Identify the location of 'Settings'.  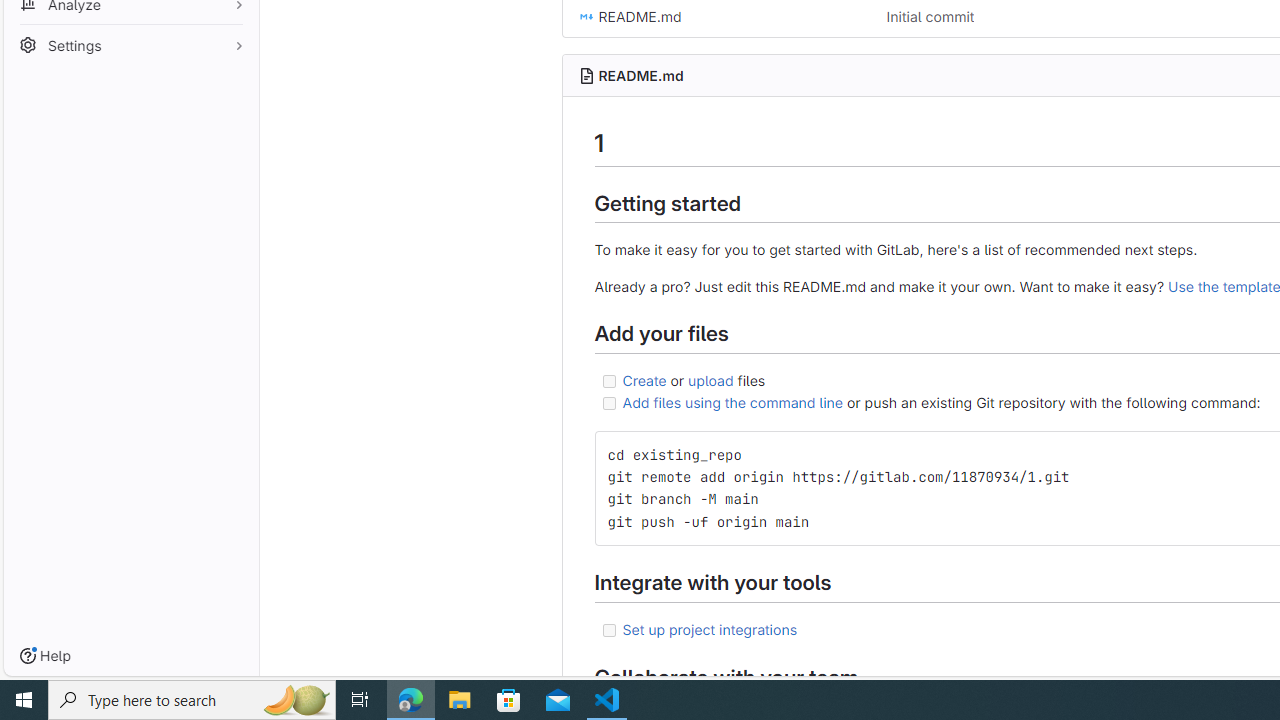
(130, 45).